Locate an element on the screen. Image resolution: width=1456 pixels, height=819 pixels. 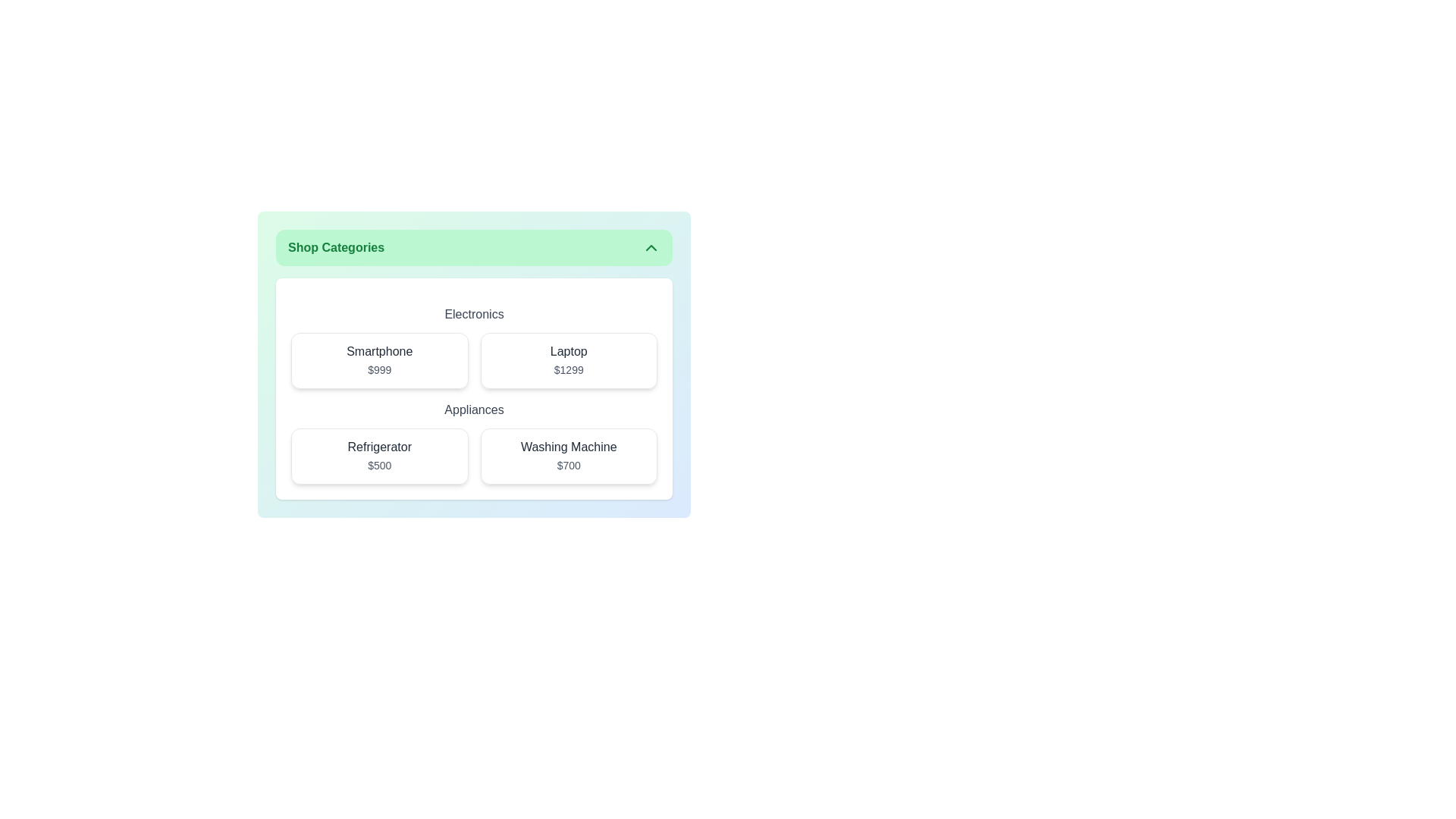
the price label located below the 'Washing Machine' label in the bottom-right section of the grid layout under the 'Appliances' category is located at coordinates (568, 464).